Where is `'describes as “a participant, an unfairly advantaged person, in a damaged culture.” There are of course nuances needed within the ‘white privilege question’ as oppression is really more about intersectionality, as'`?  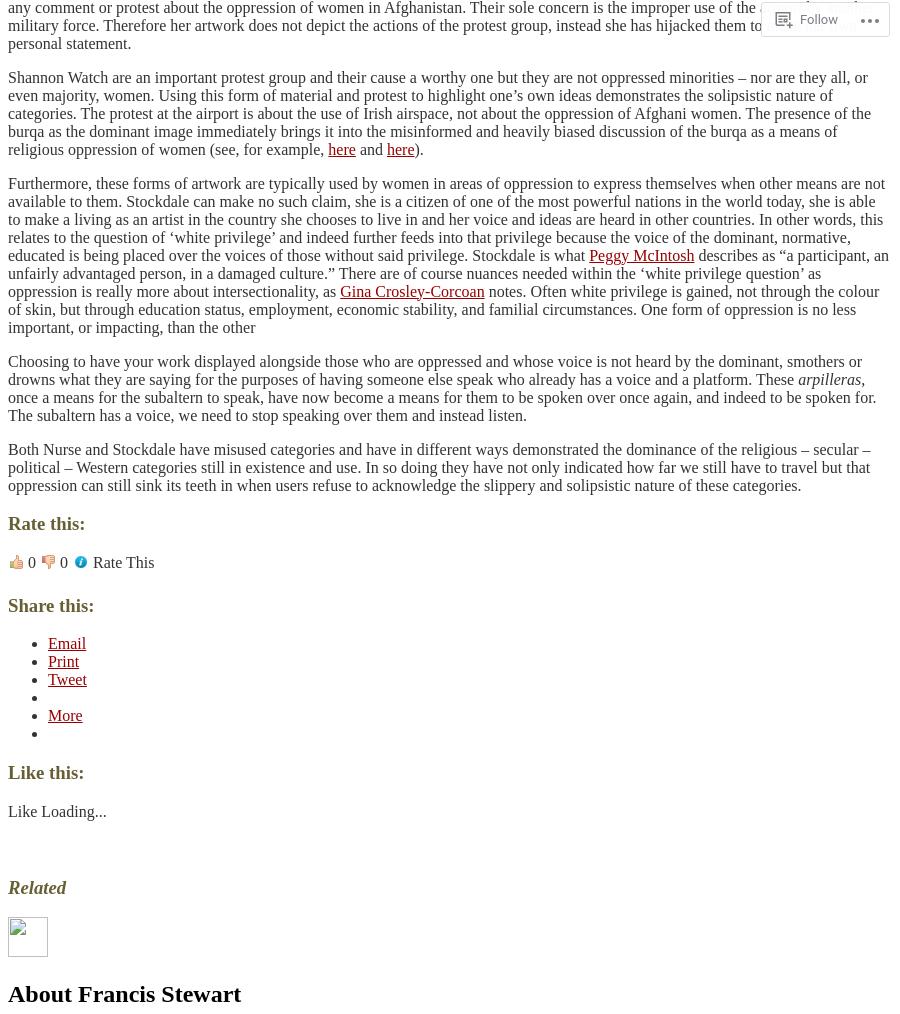
'describes as “a participant, an unfairly advantaged person, in a damaged culture.” There are of course nuances needed within the ‘white privilege question’ as oppression is really more about intersectionality, as' is located at coordinates (448, 272).